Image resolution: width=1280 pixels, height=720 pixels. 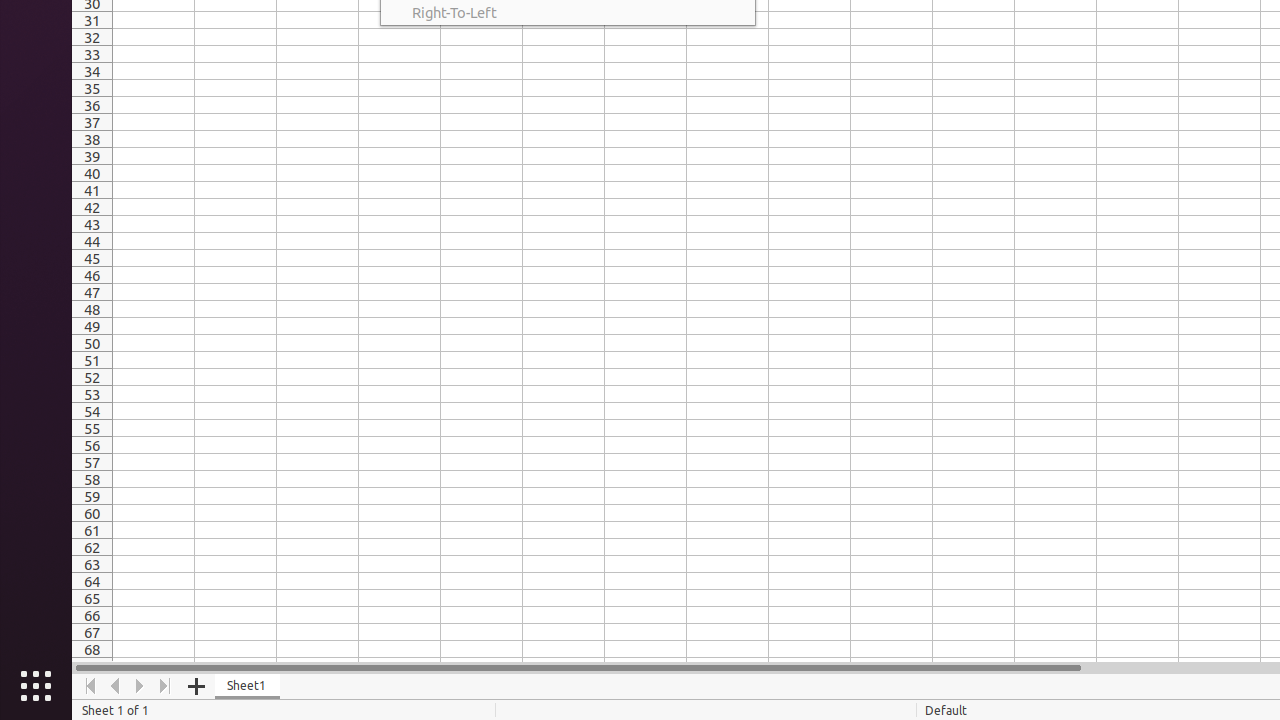 I want to click on 'Right-To-Left', so click(x=566, y=12).